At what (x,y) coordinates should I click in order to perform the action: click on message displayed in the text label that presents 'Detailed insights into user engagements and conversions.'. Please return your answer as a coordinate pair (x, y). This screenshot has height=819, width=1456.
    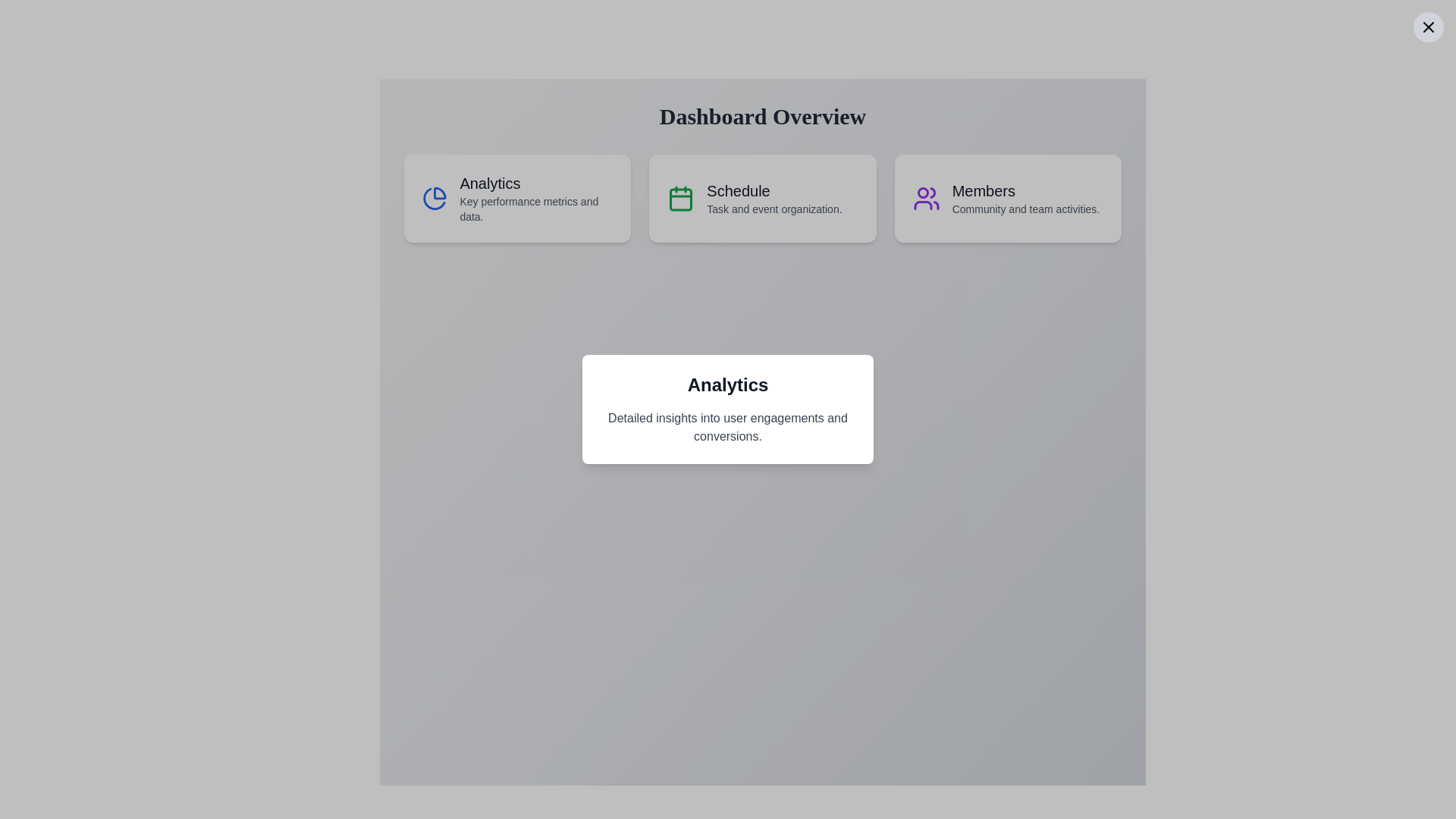
    Looking at the image, I should click on (728, 427).